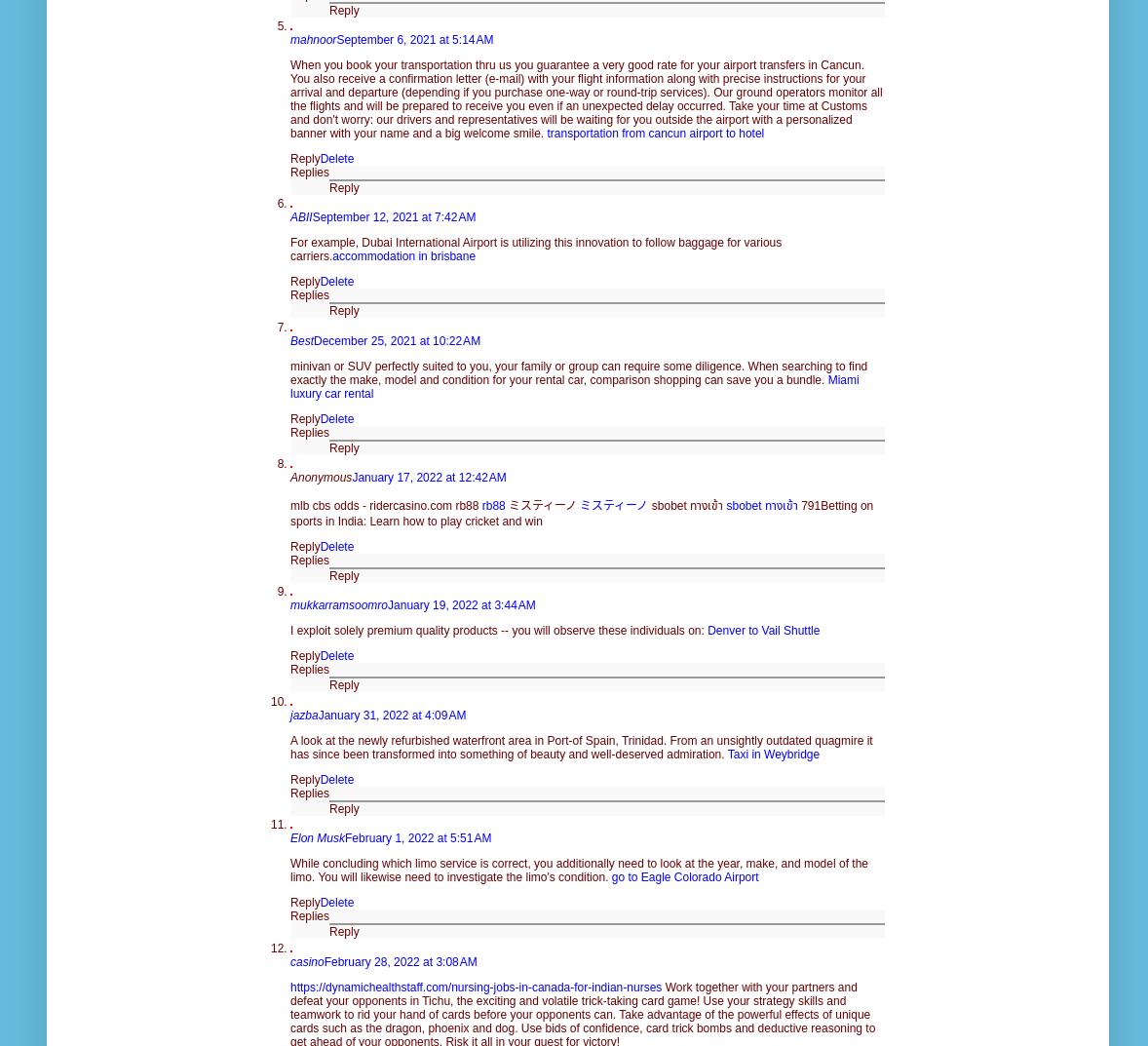 The height and width of the screenshot is (1046, 1148). What do you see at coordinates (317, 713) in the screenshot?
I see `'January 31, 2022 at 4:09 AM'` at bounding box center [317, 713].